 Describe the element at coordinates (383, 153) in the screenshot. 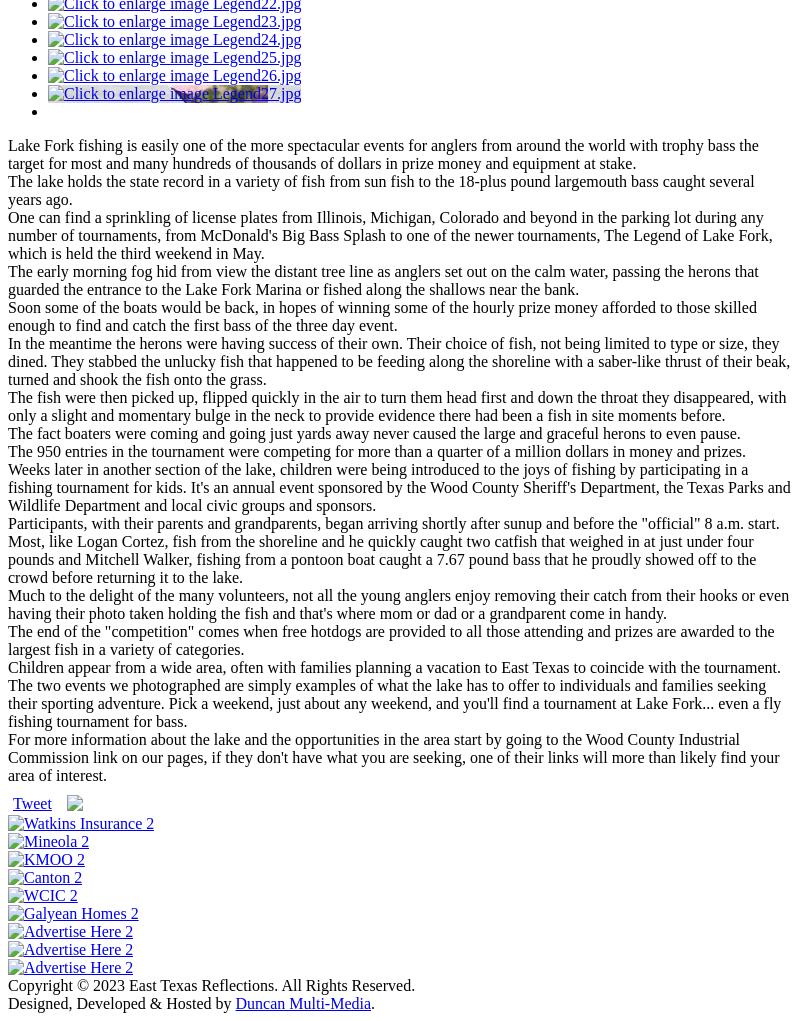

I see `'Lake Fork fishing is easily one of the more spectacular events for anglers from around the world with trophy bass the target for most and many hundreds of thousands of dollars in prize money and equipment at stake.'` at that location.